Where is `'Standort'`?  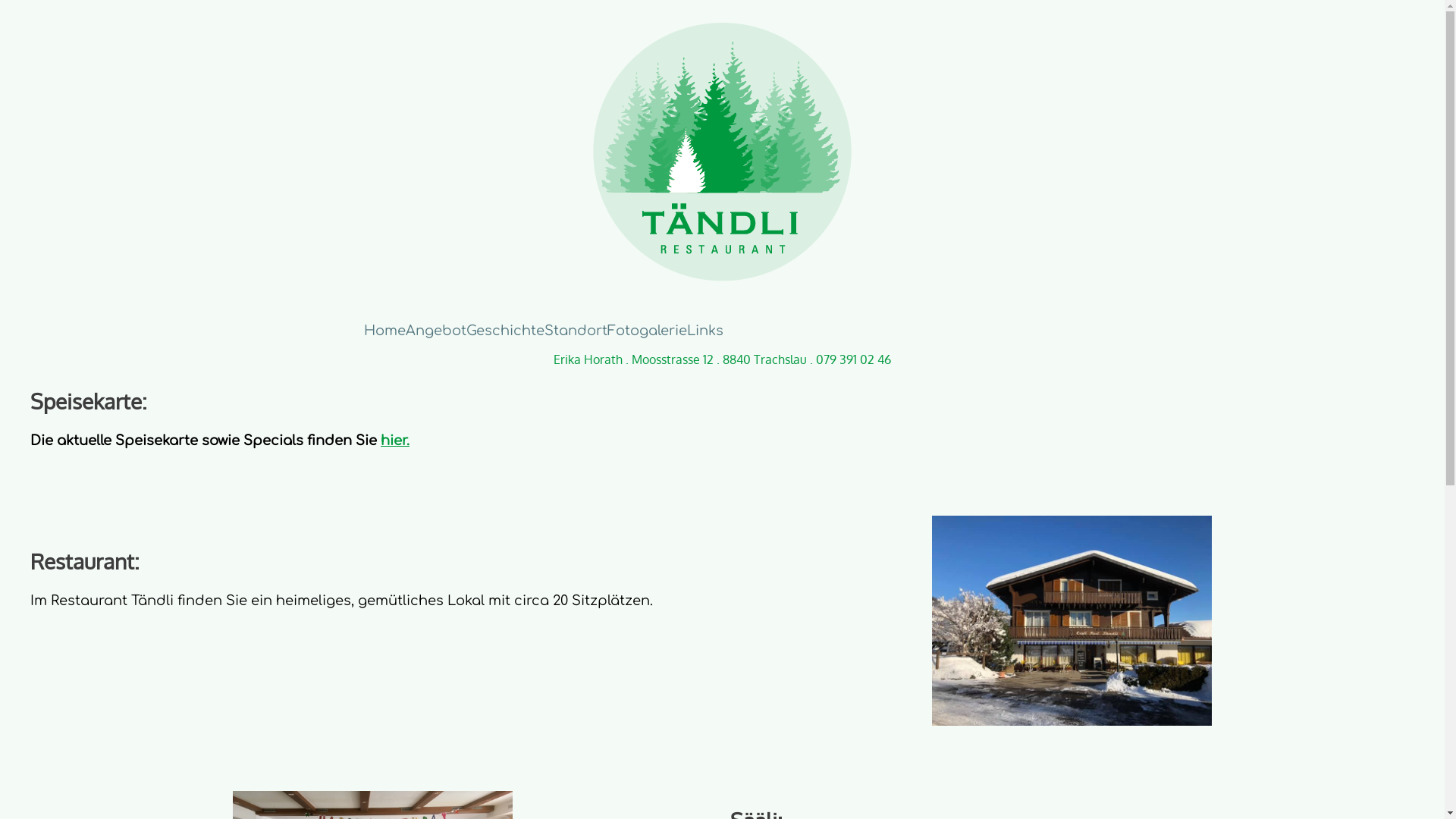
'Standort' is located at coordinates (575, 330).